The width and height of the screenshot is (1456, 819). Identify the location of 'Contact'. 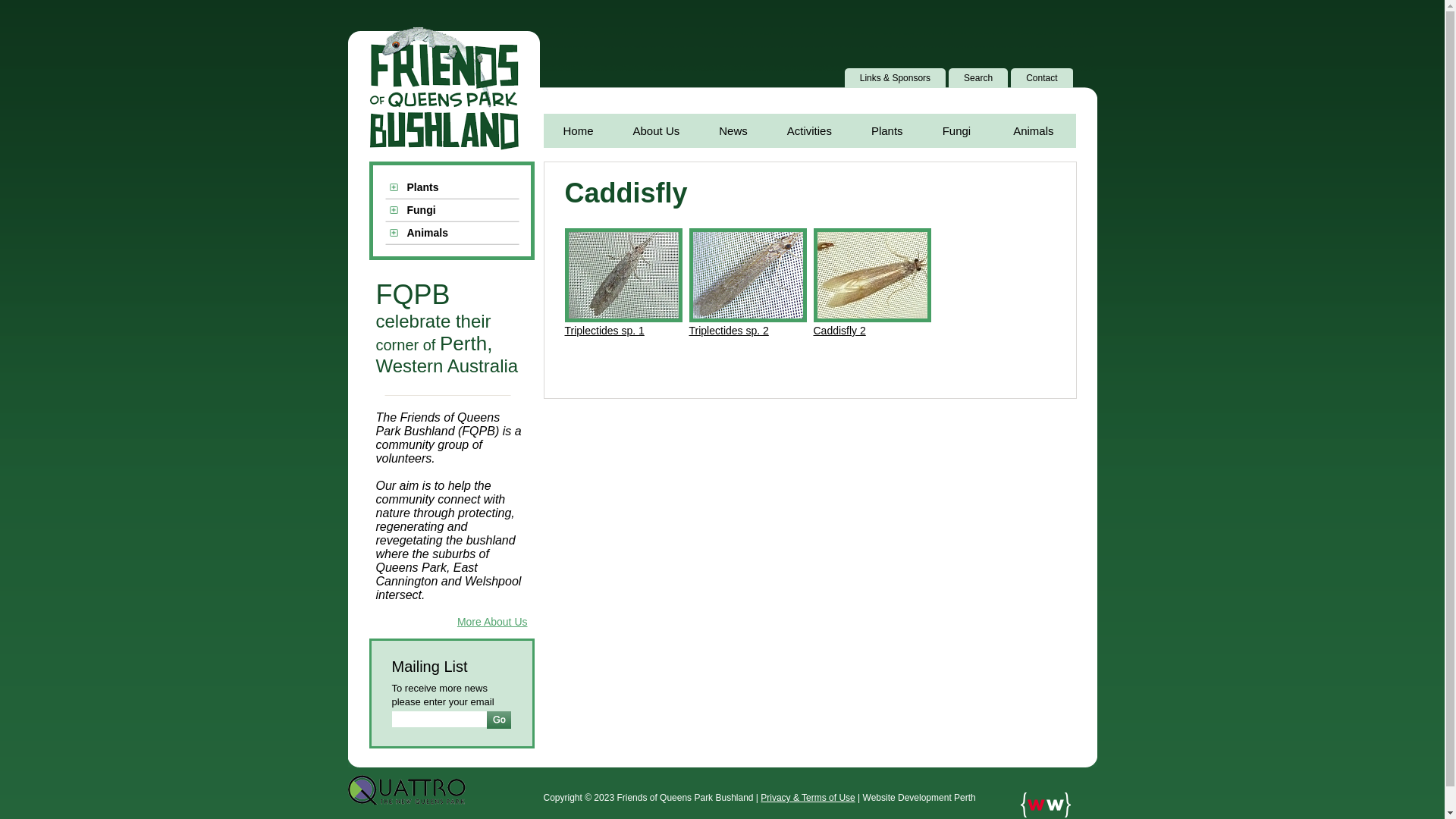
(1043, 78).